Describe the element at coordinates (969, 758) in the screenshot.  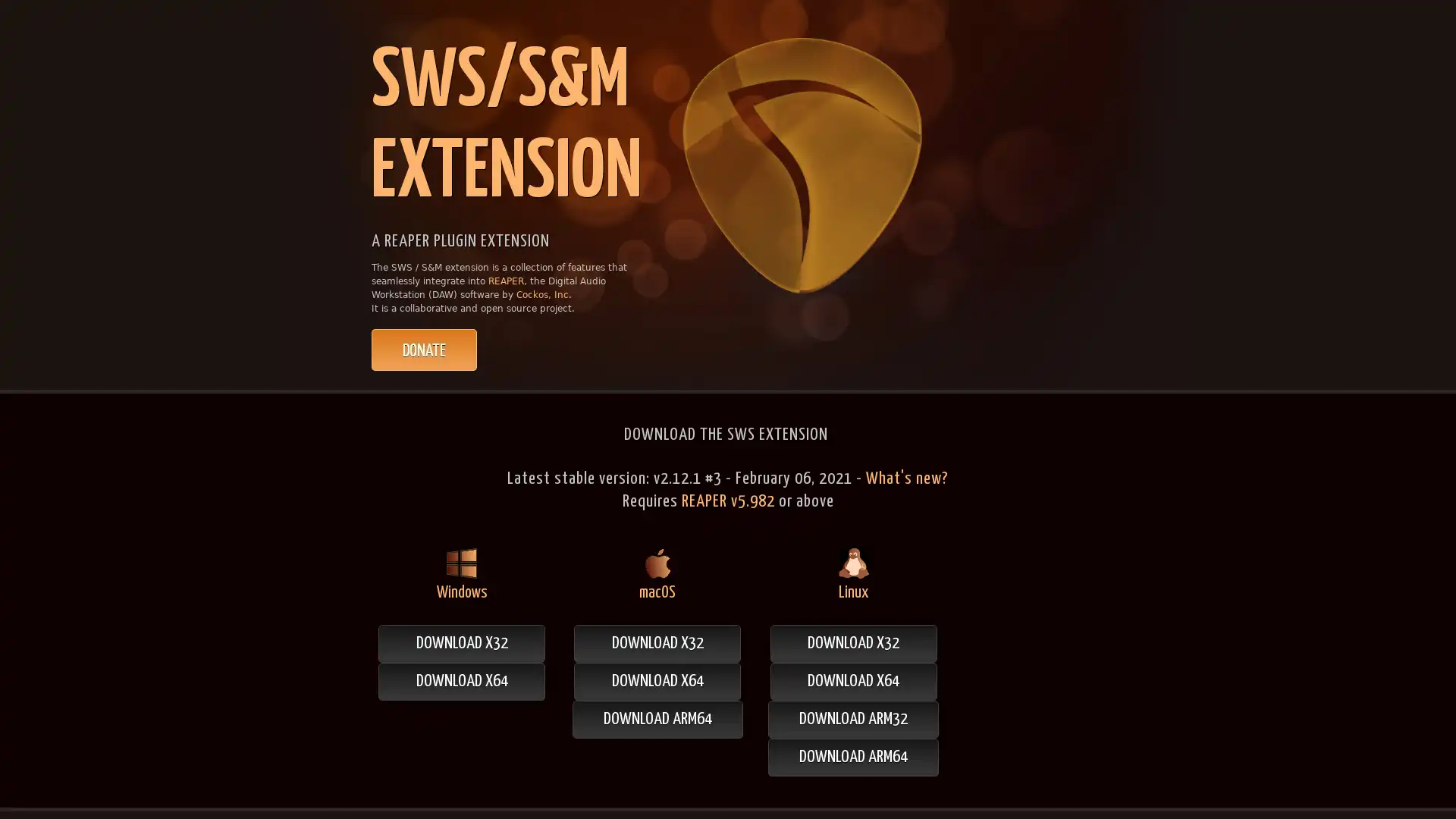
I see `DOWNLOAD ARM64` at that location.